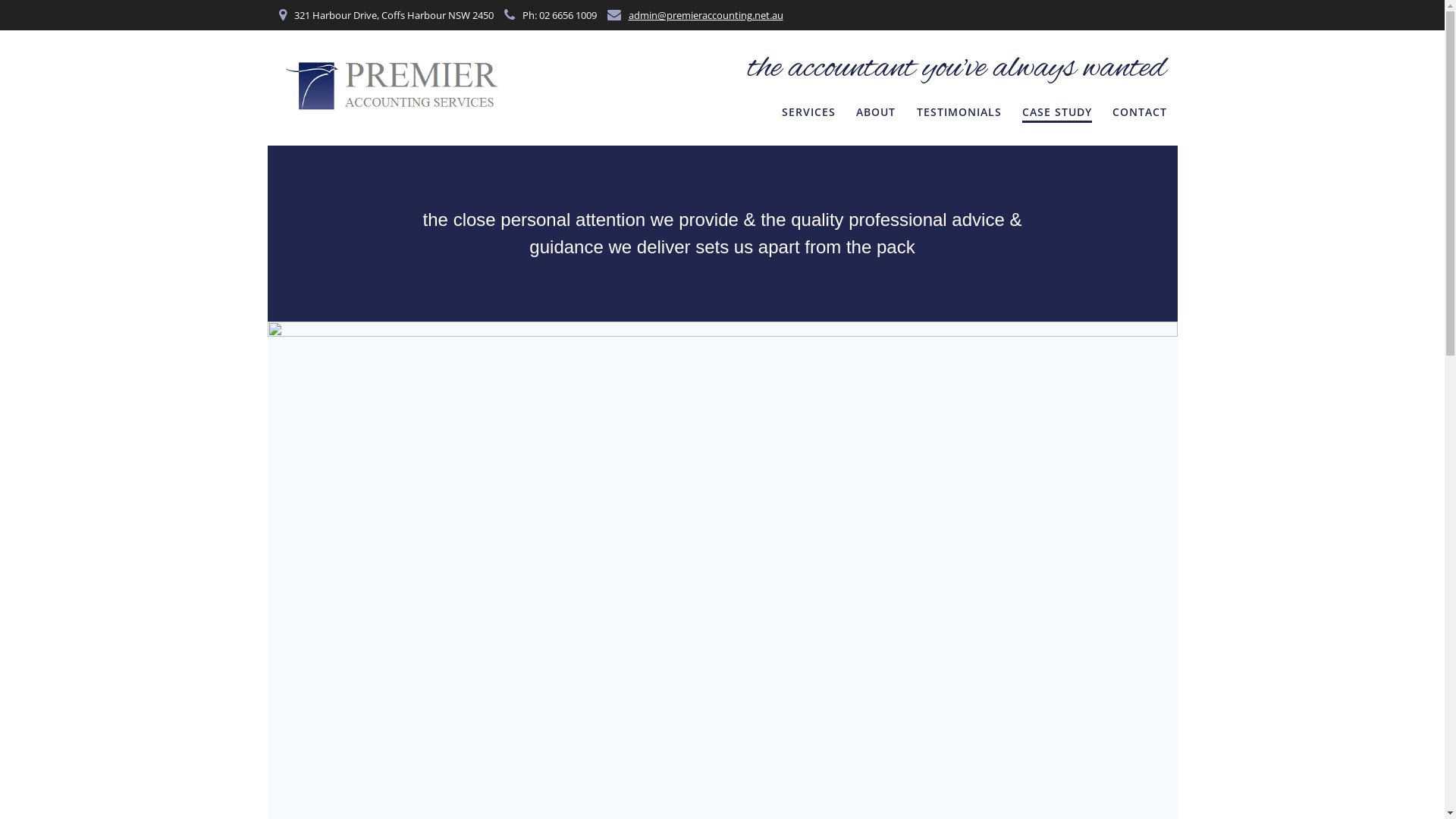 This screenshot has height=819, width=1456. Describe the element at coordinates (876, 112) in the screenshot. I see `'ABOUT'` at that location.